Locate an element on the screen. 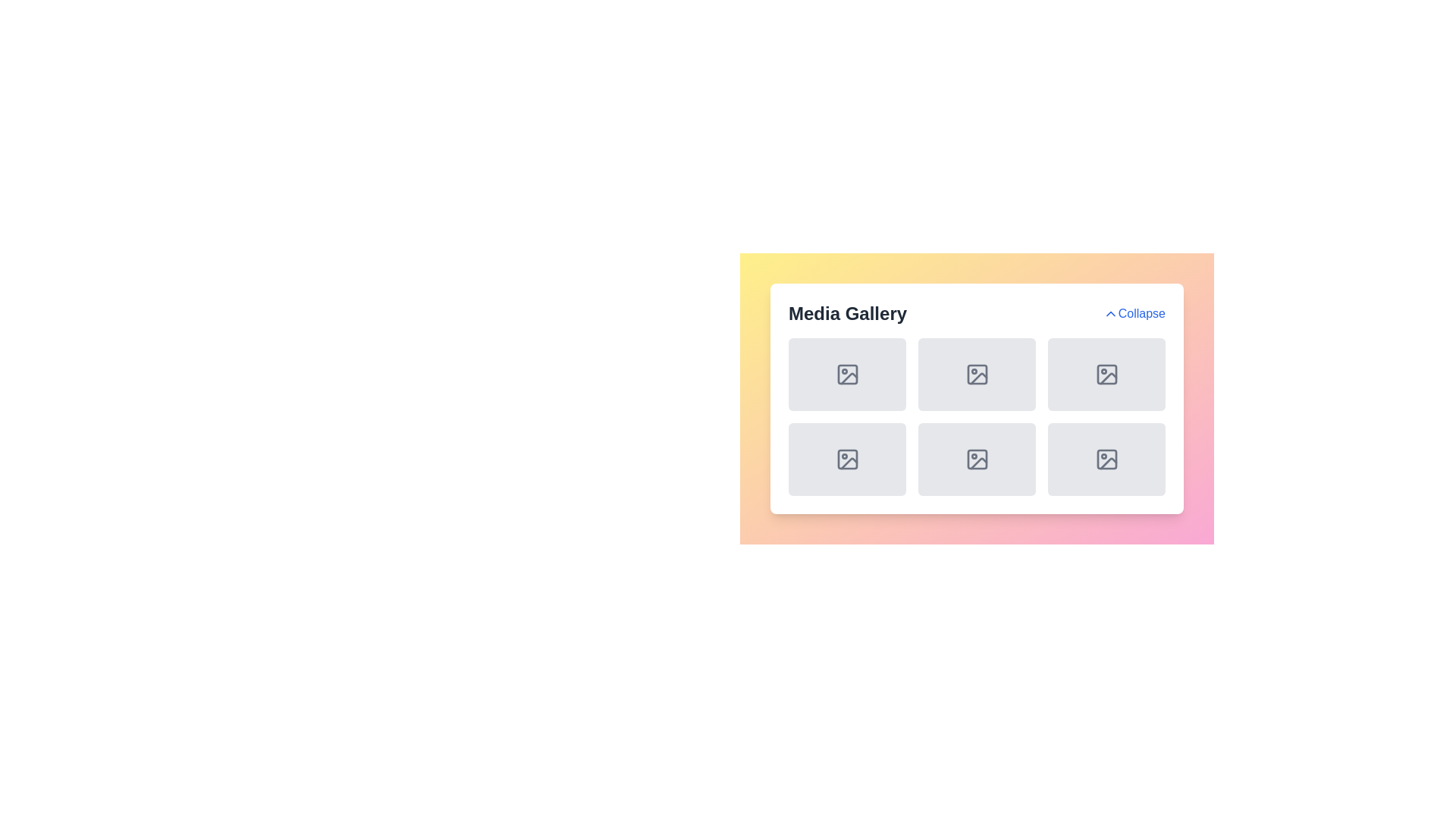  the picture frame icon with a mountain and sun located in the first row and first column of the media gallery grid is located at coordinates (846, 374).